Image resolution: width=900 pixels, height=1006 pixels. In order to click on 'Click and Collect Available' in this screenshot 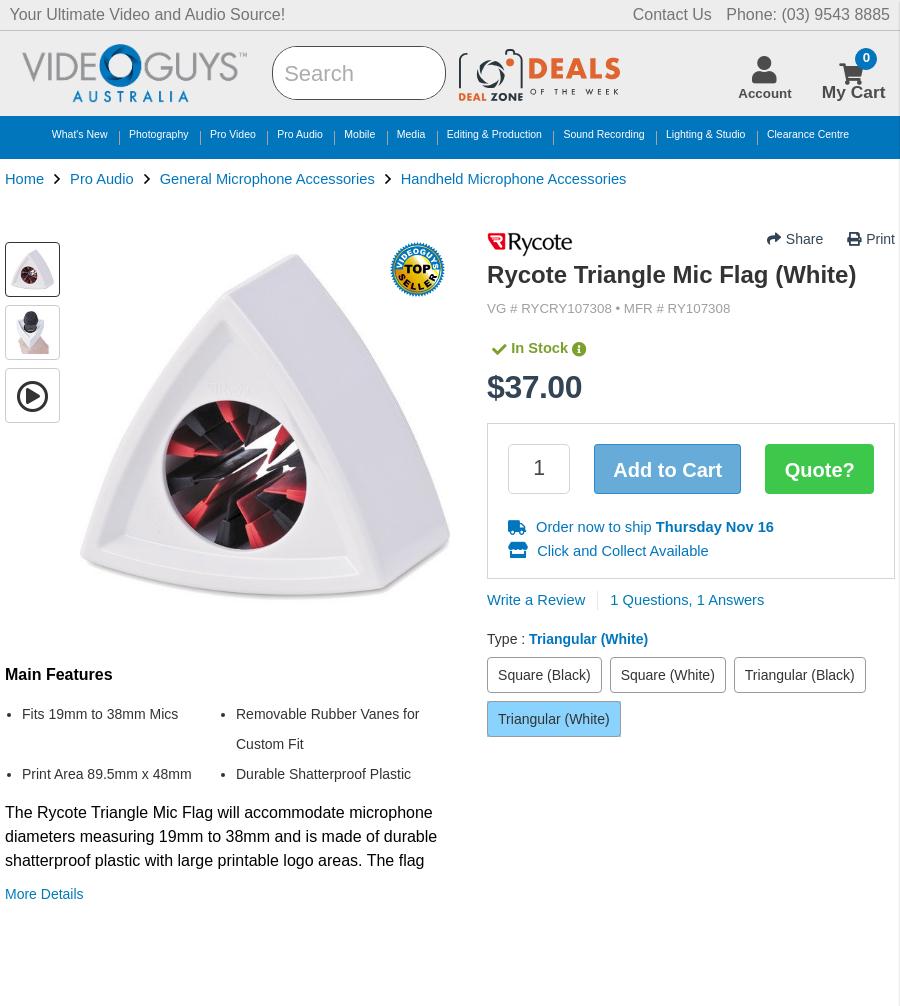, I will do `click(620, 549)`.